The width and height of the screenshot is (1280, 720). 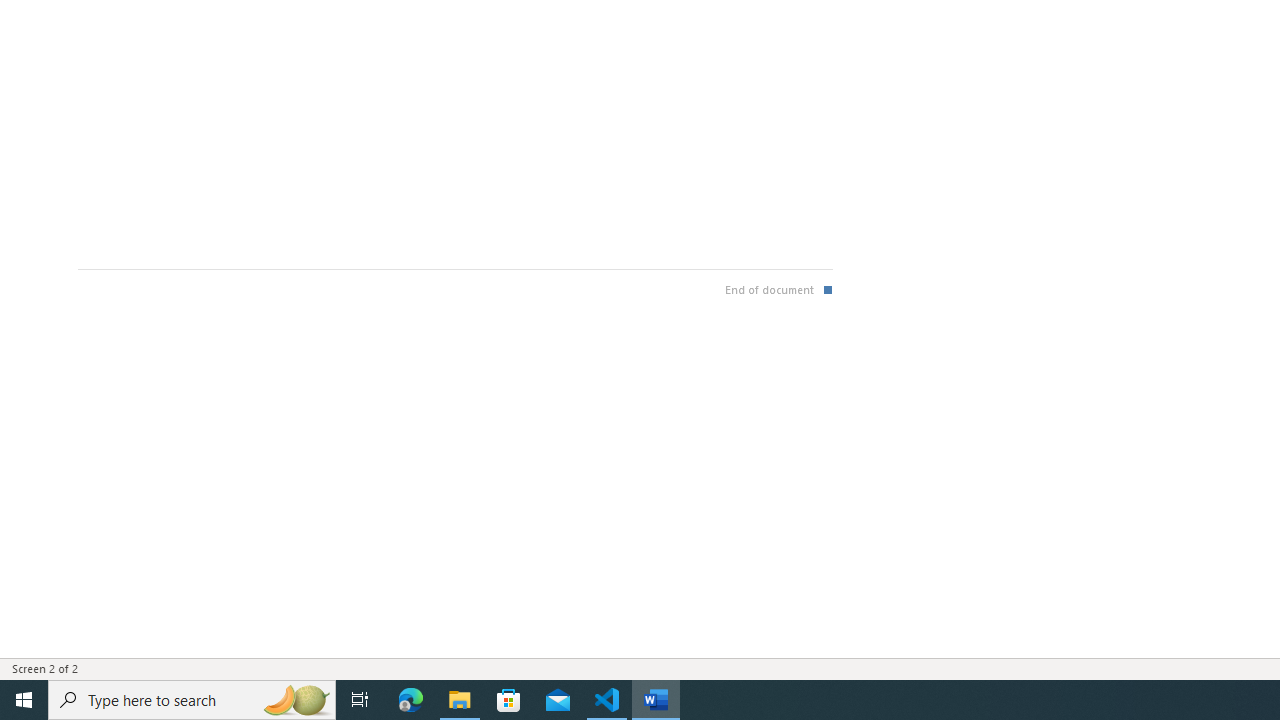 I want to click on 'Page Number Screen 2 of 2 ', so click(x=52, y=669).